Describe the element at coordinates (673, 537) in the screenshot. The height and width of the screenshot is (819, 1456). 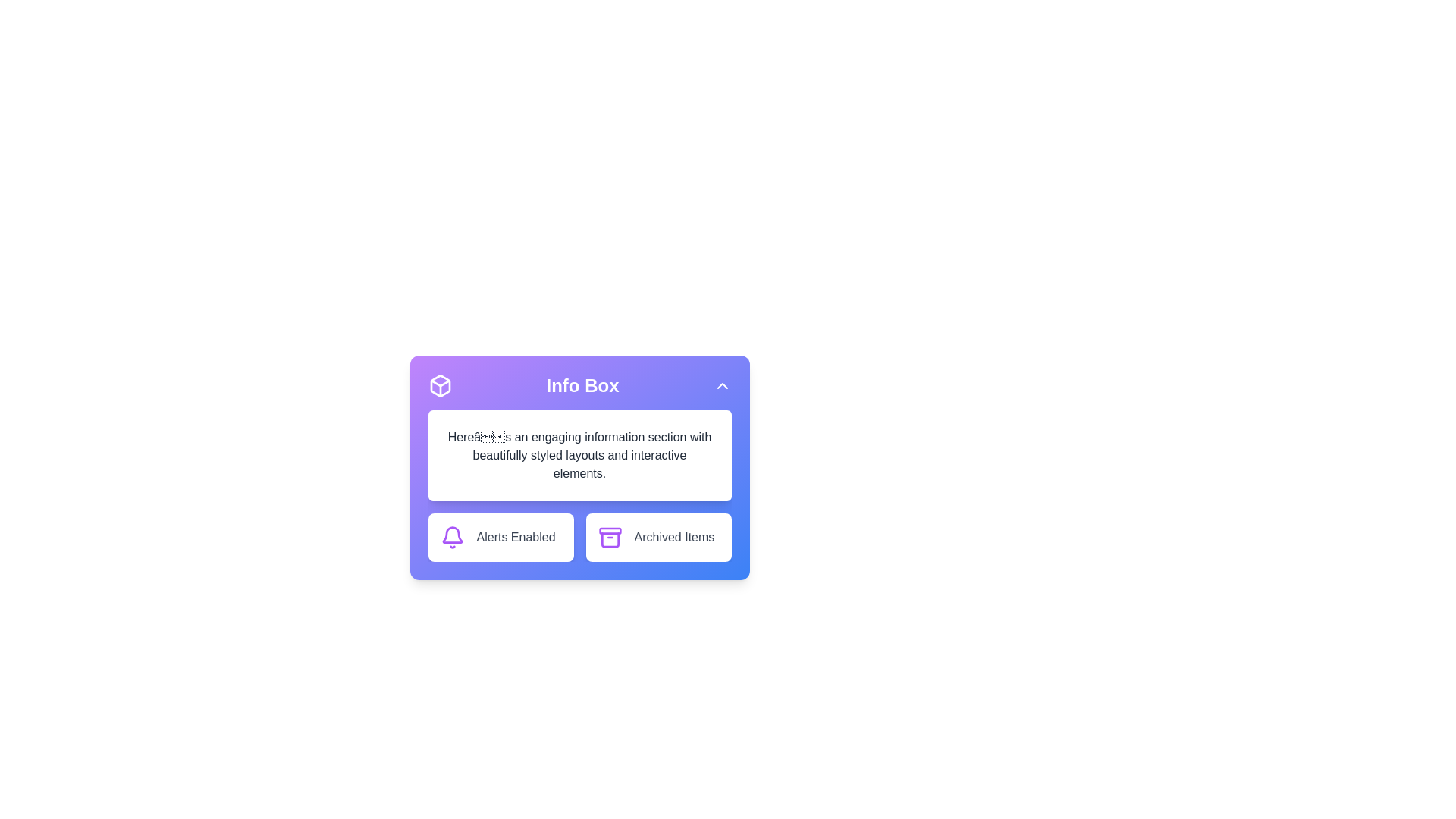
I see `the 'Archived Items' text label located in the Info Box card at the bottom-right area, adjacent to the archive box icon` at that location.